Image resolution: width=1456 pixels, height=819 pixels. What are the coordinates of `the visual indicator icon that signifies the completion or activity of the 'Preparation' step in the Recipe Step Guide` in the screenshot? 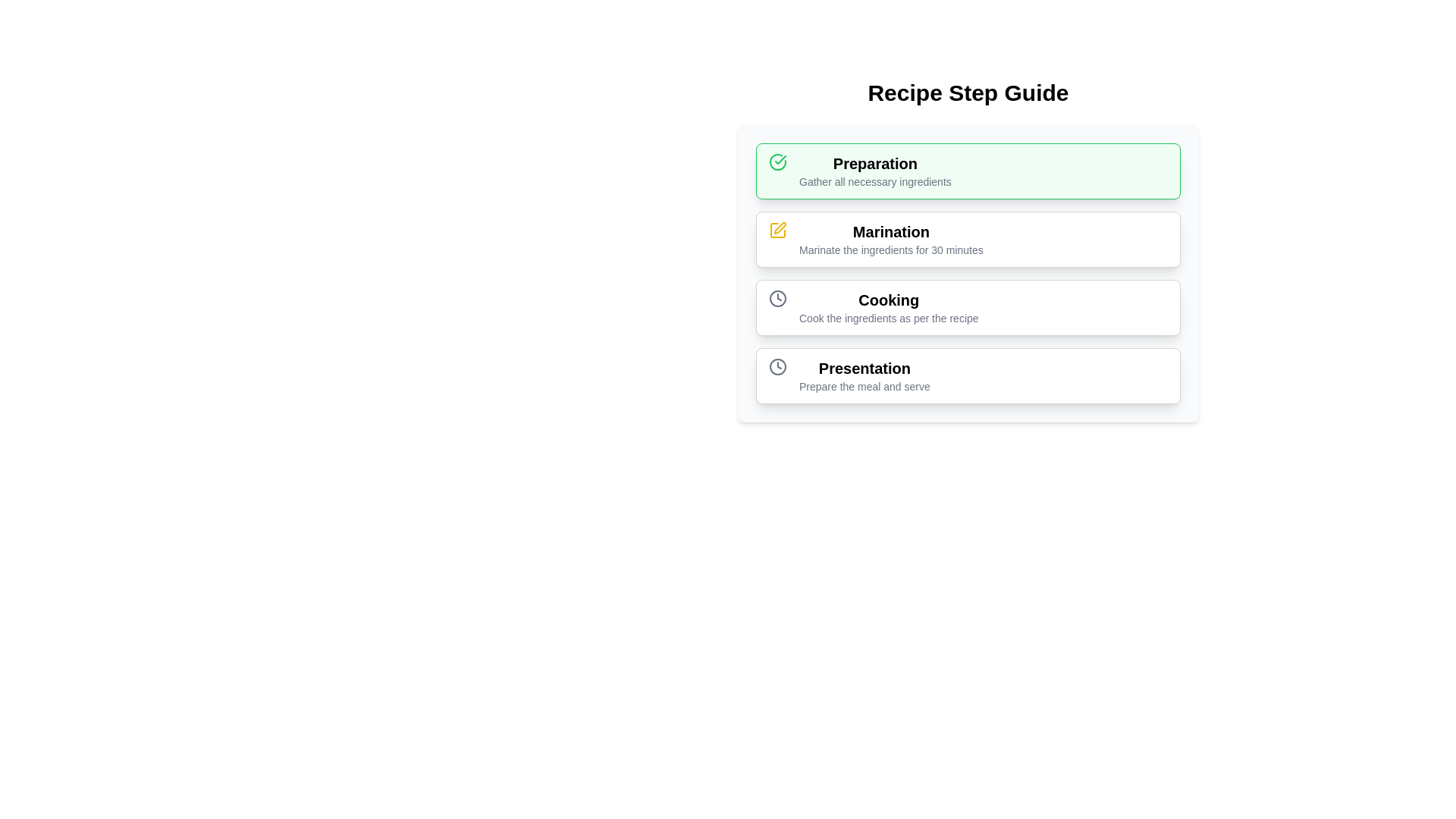 It's located at (778, 162).